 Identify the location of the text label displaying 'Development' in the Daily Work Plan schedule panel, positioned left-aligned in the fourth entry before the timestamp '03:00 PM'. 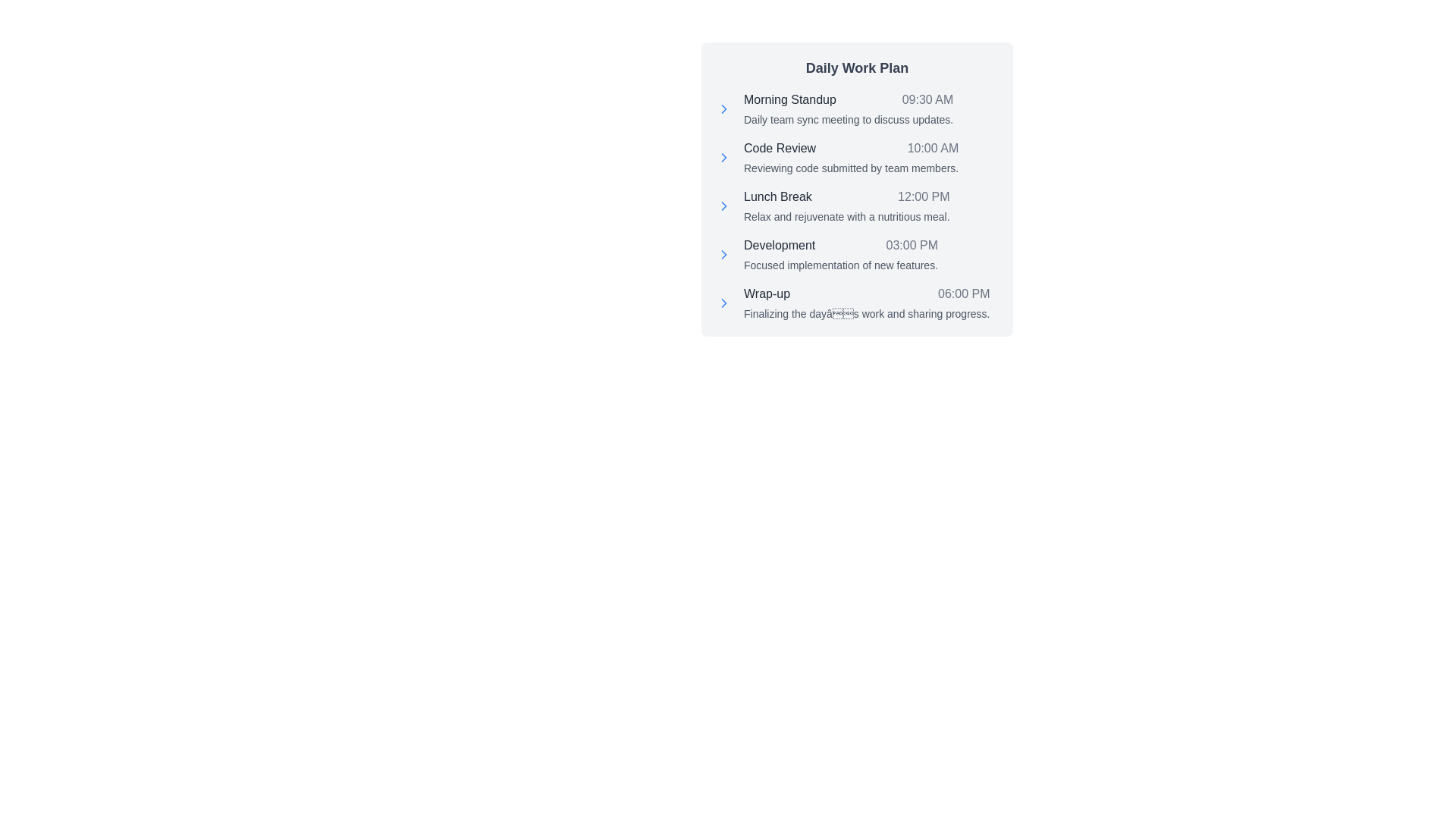
(780, 245).